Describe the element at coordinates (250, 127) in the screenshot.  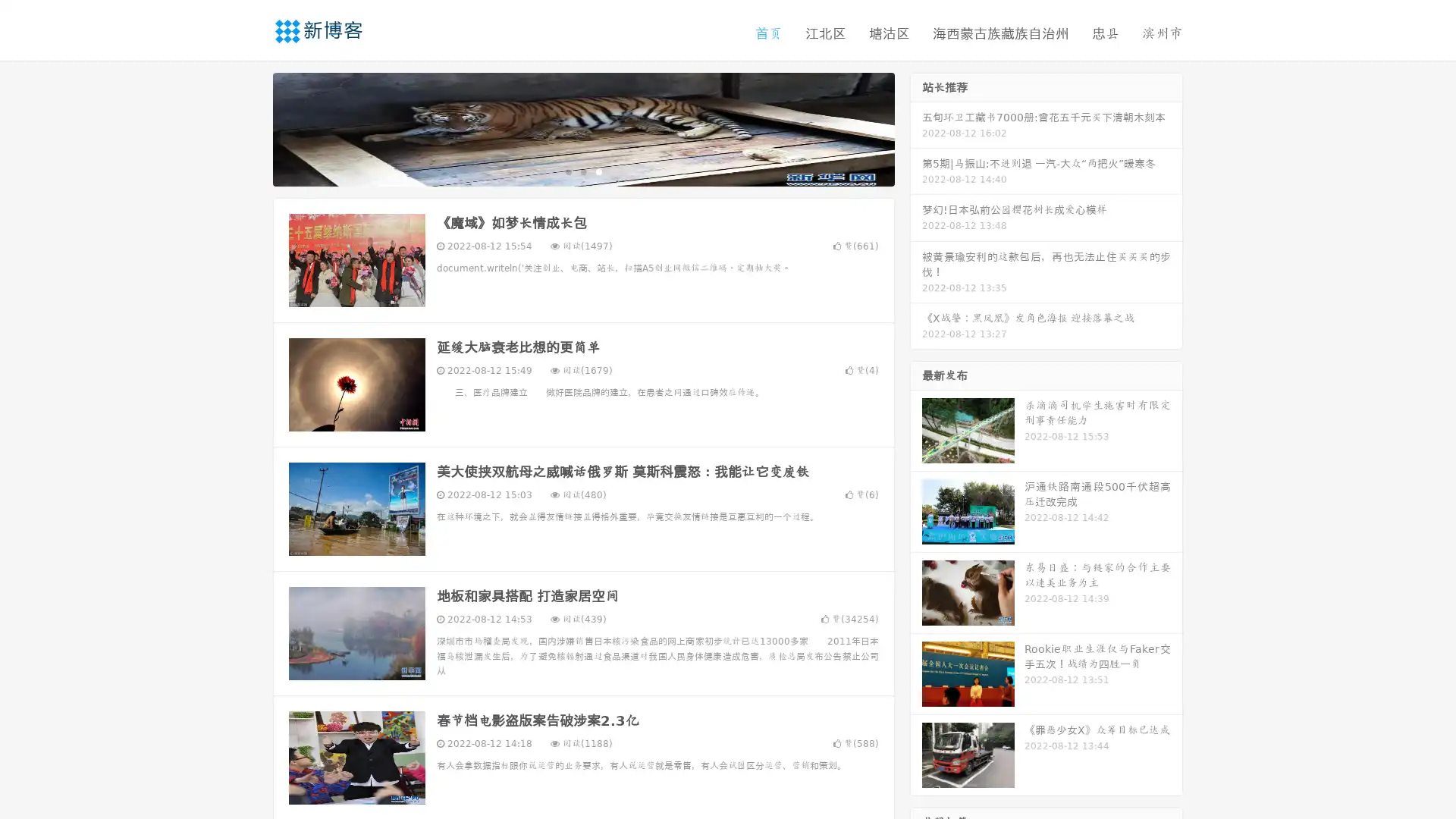
I see `Previous slide` at that location.